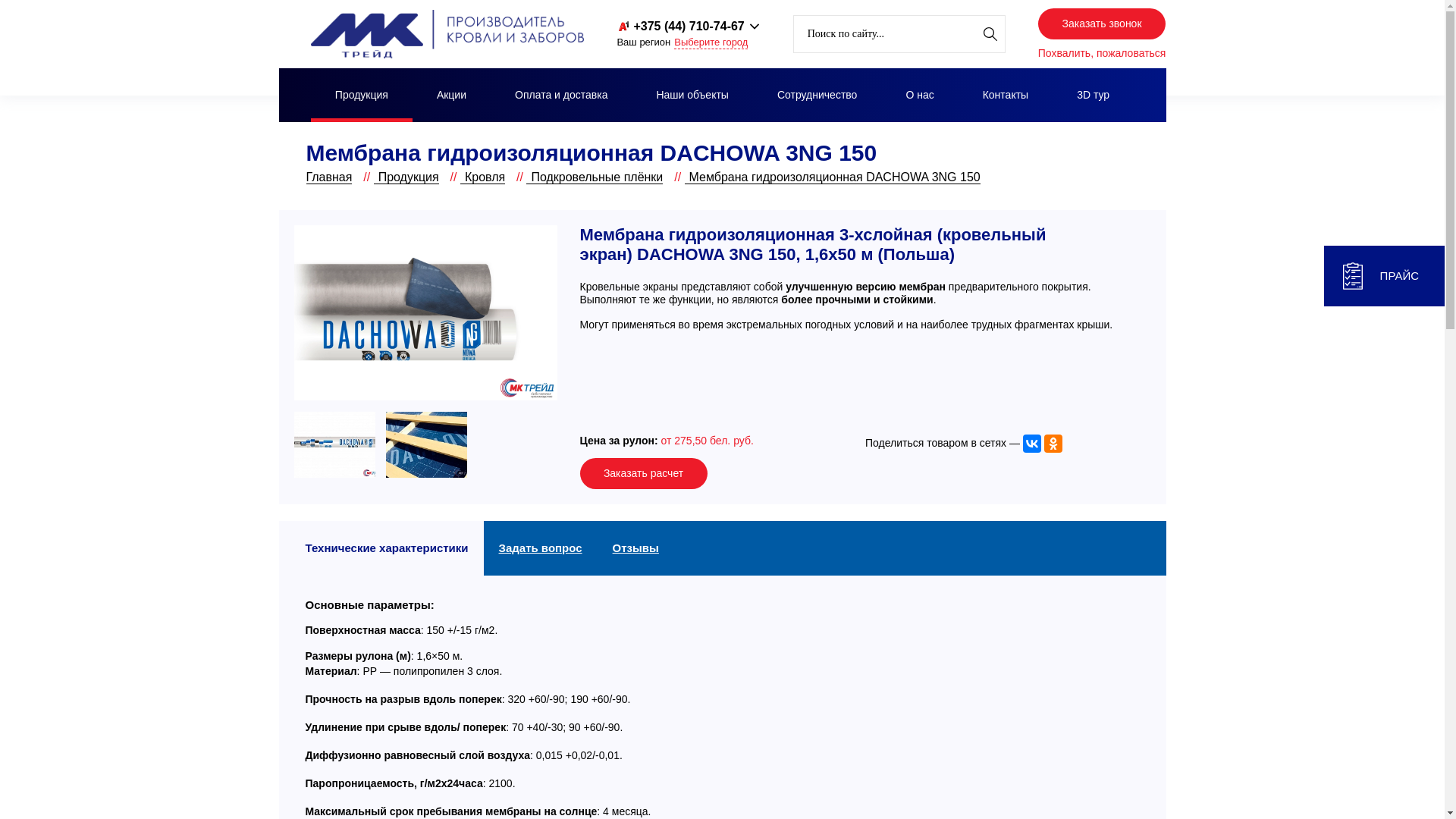  I want to click on '+375 (44) 710-74-67', so click(679, 26).